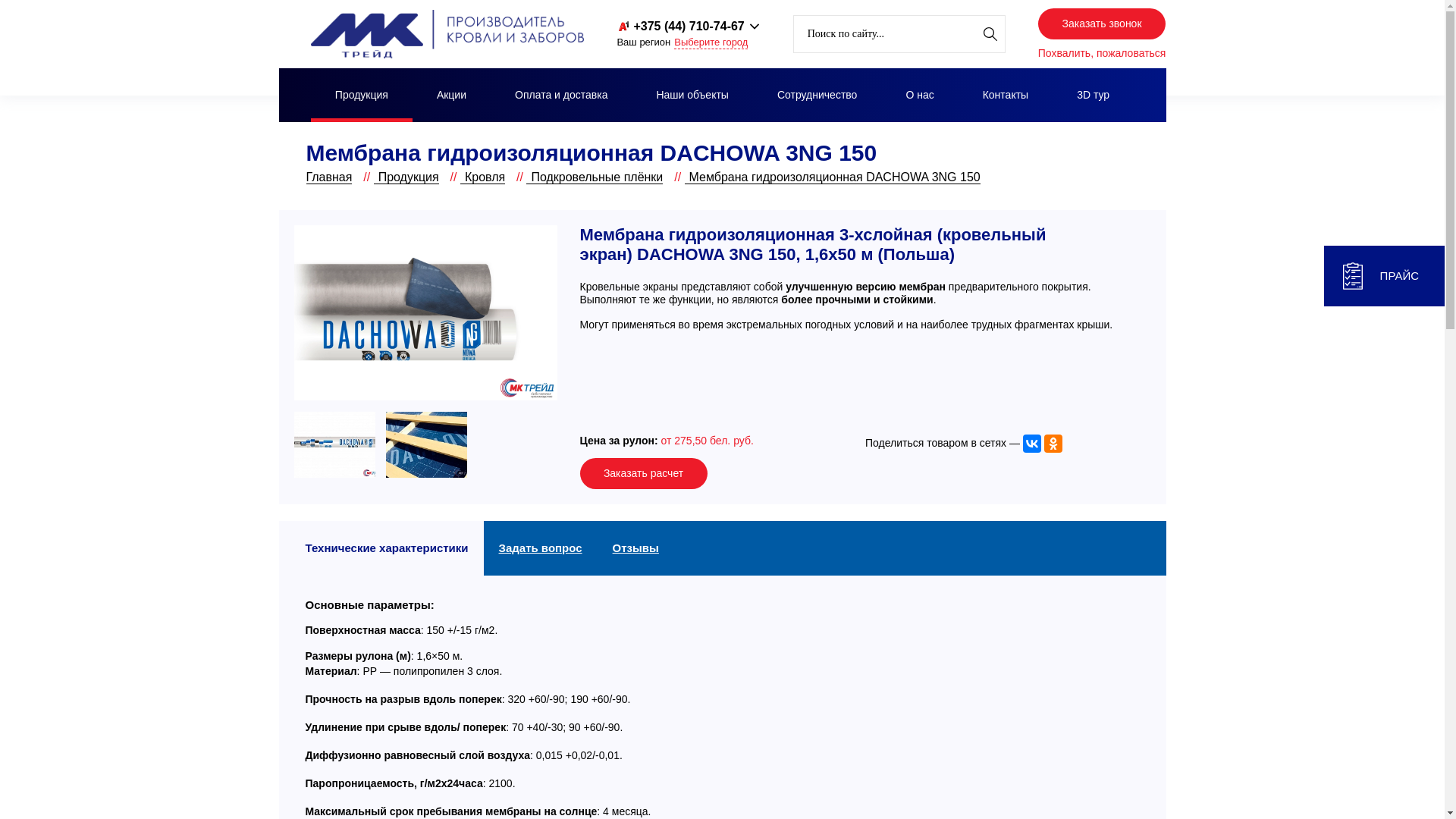  I want to click on '+375 (44) 710-74-67', so click(679, 26).